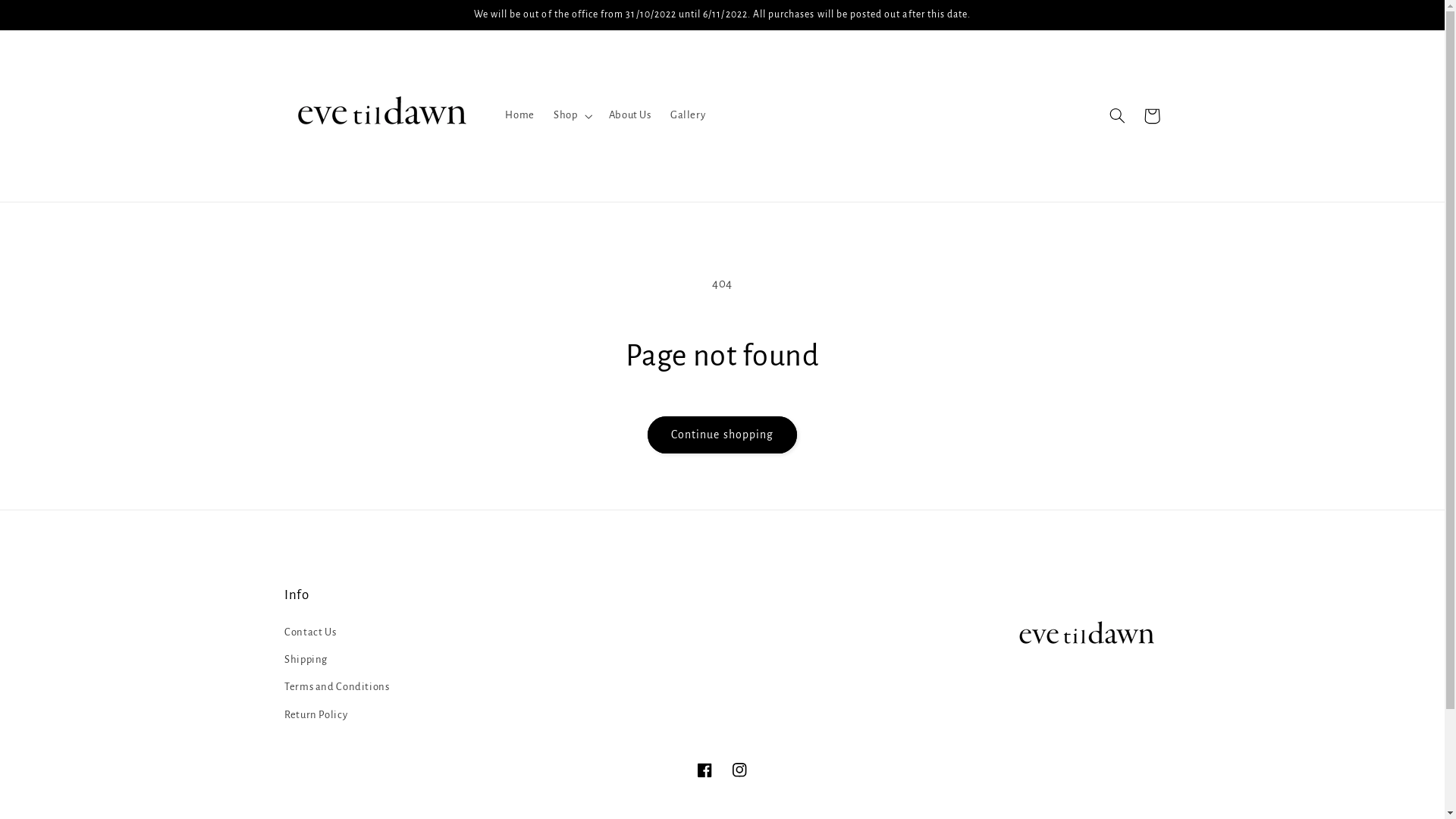  What do you see at coordinates (305, 659) in the screenshot?
I see `'Shipping'` at bounding box center [305, 659].